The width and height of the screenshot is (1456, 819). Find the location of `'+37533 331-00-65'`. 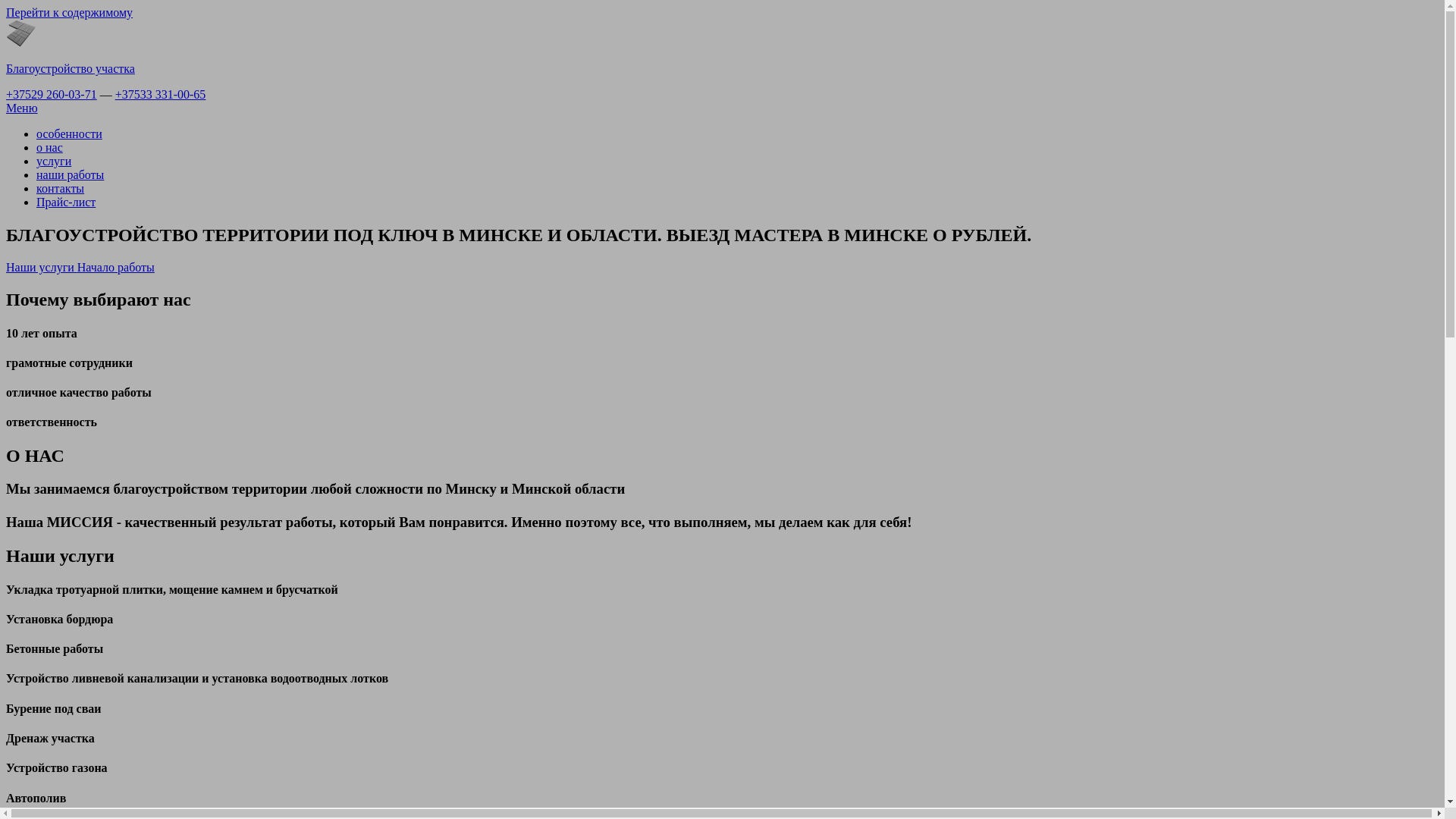

'+37533 331-00-65' is located at coordinates (160, 94).